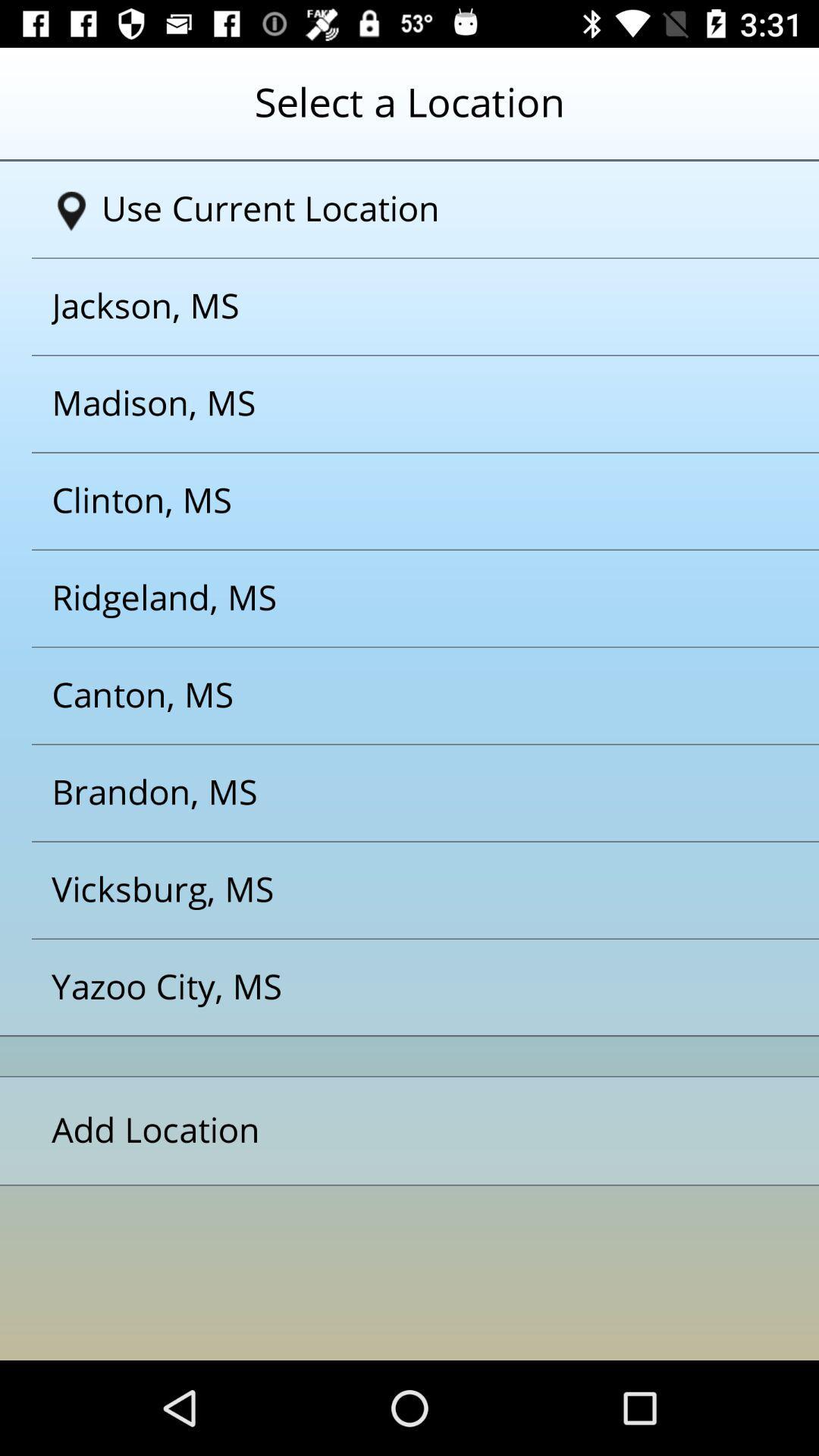 This screenshot has height=1456, width=819. Describe the element at coordinates (390, 501) in the screenshot. I see `the button clintonms on the web page` at that location.